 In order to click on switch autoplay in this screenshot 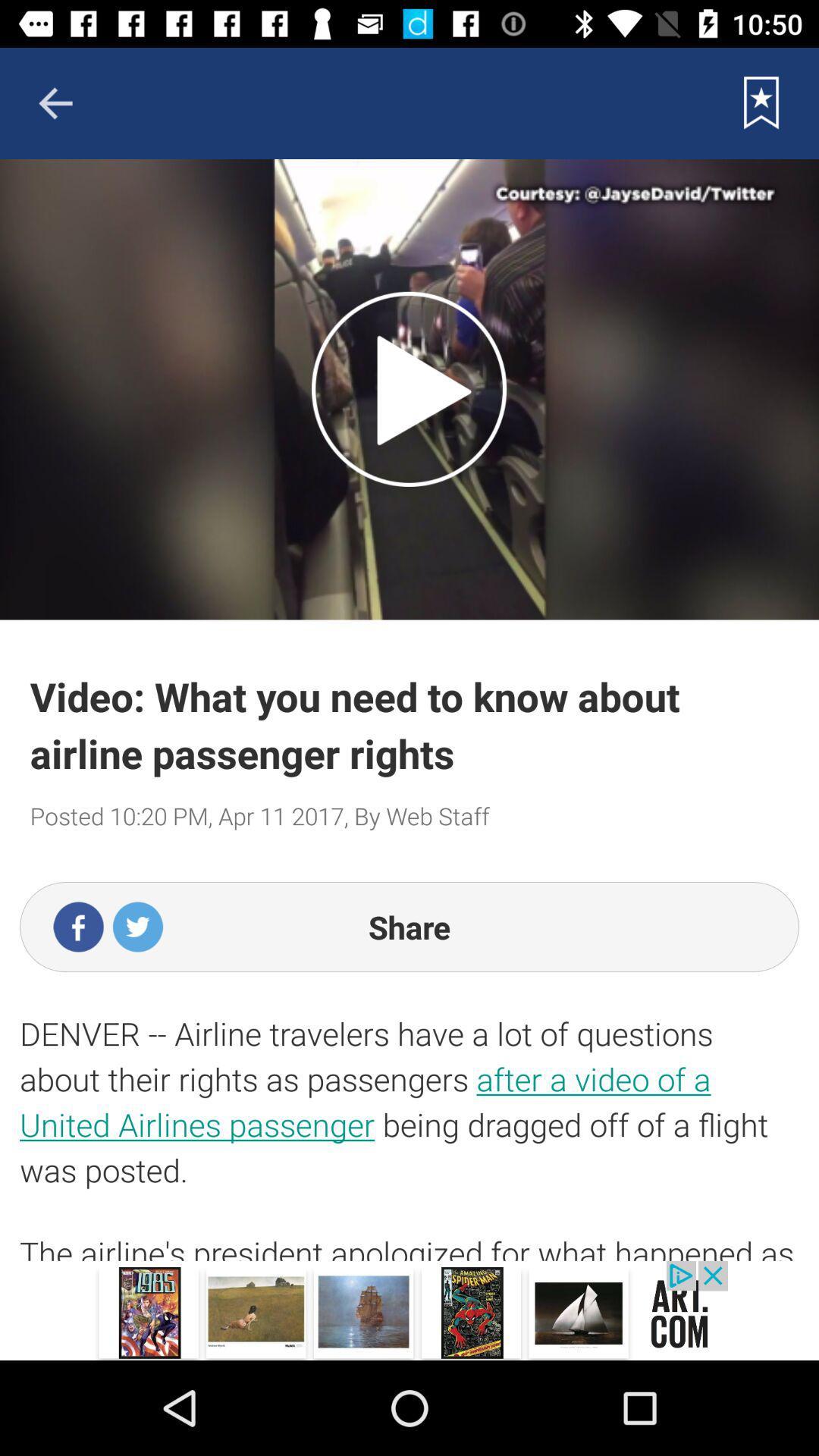, I will do `click(408, 389)`.